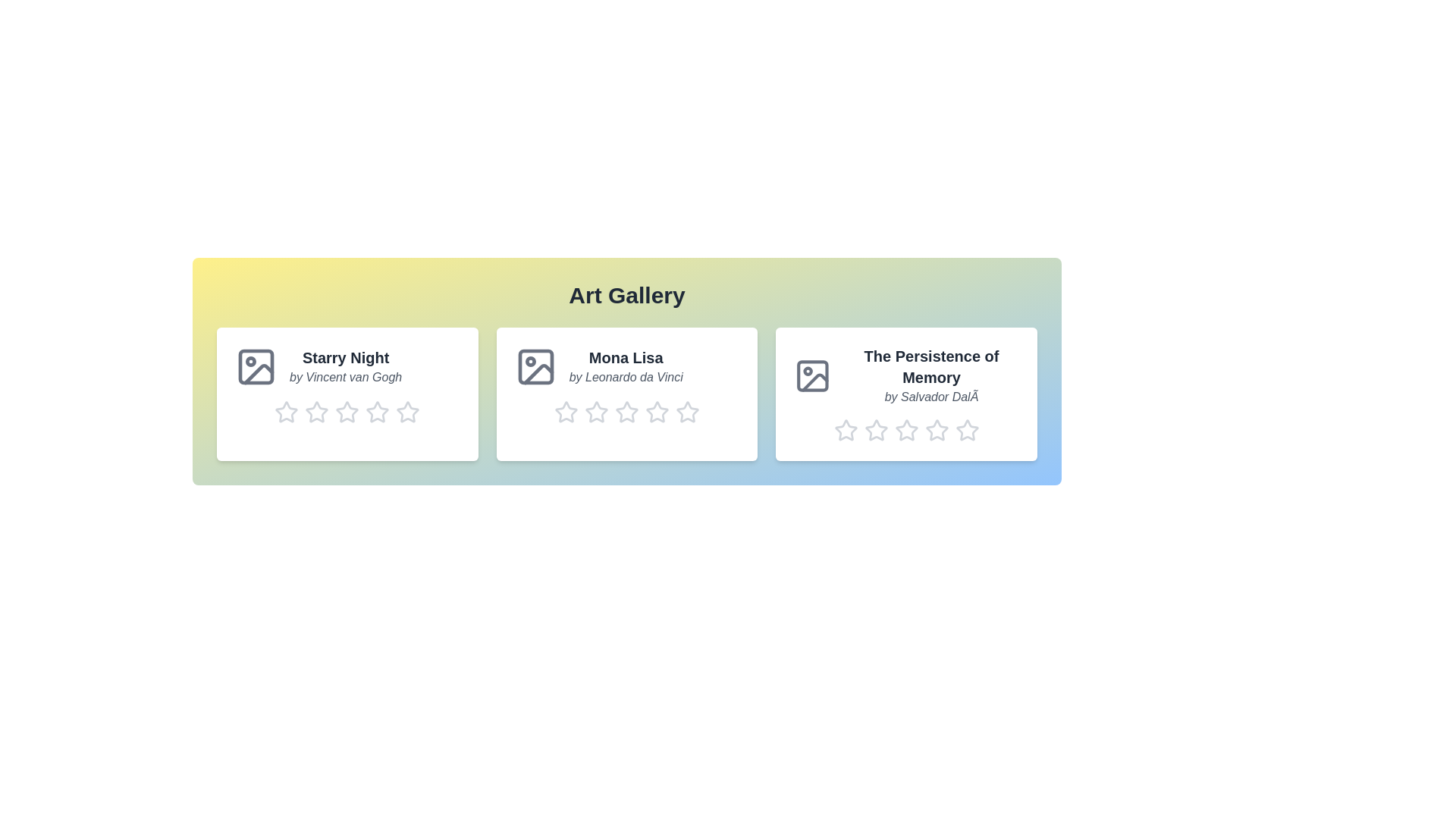  Describe the element at coordinates (595, 412) in the screenshot. I see `the rating for the artwork 'Mona Lisa' to 2 stars` at that location.